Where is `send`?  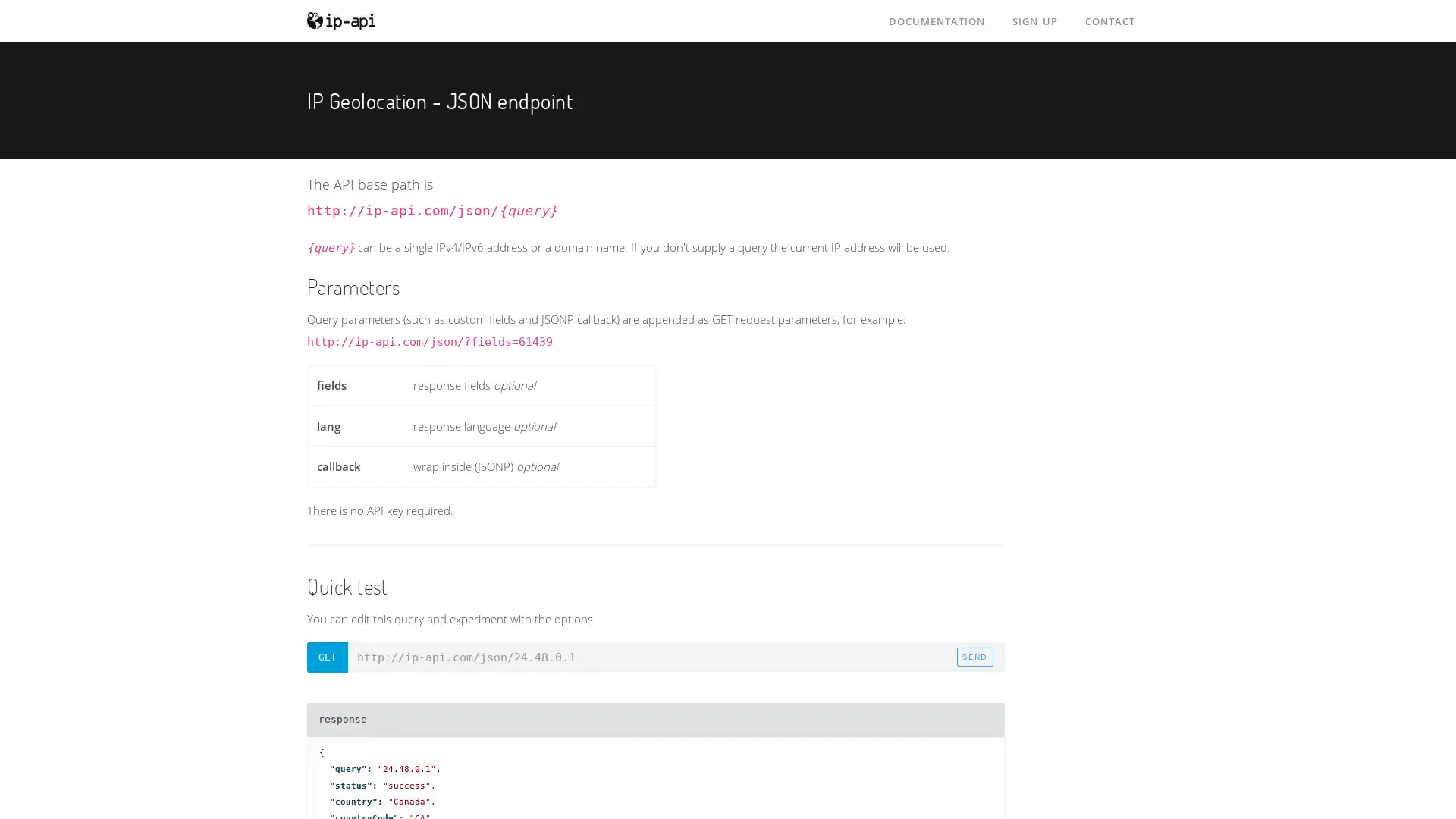
send is located at coordinates (974, 656).